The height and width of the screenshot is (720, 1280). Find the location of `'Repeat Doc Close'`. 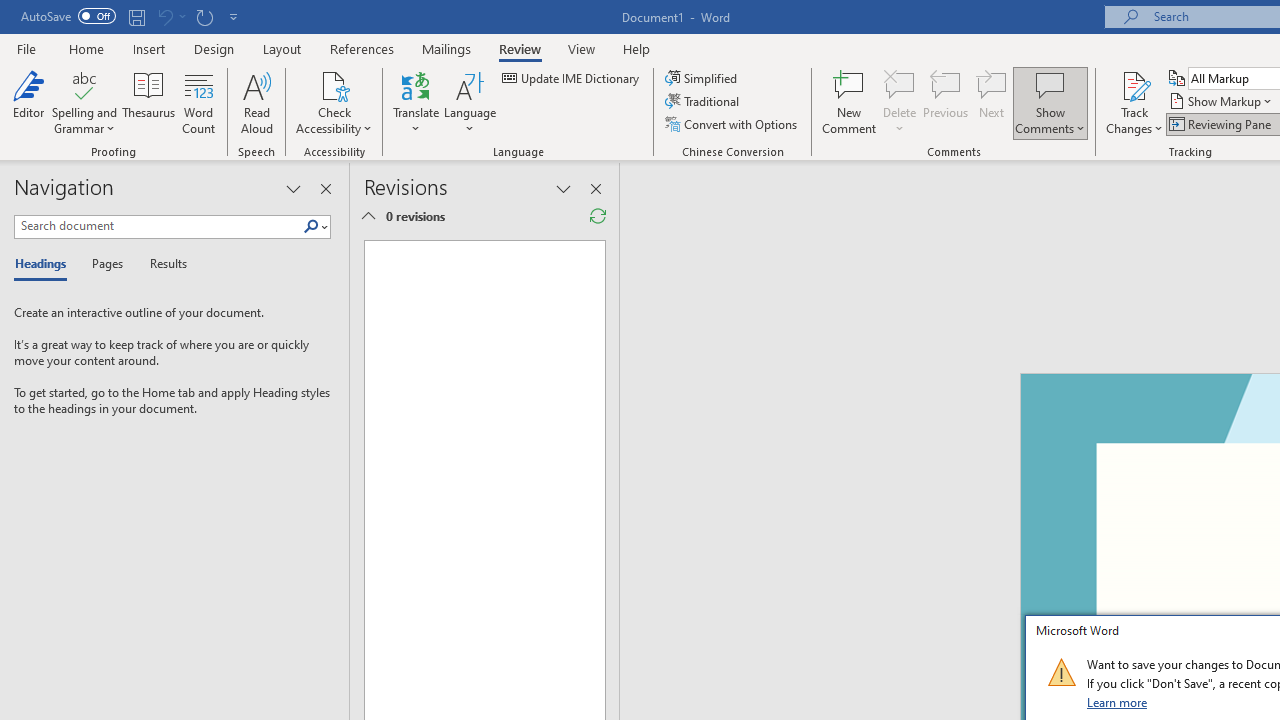

'Repeat Doc Close' is located at coordinates (204, 16).